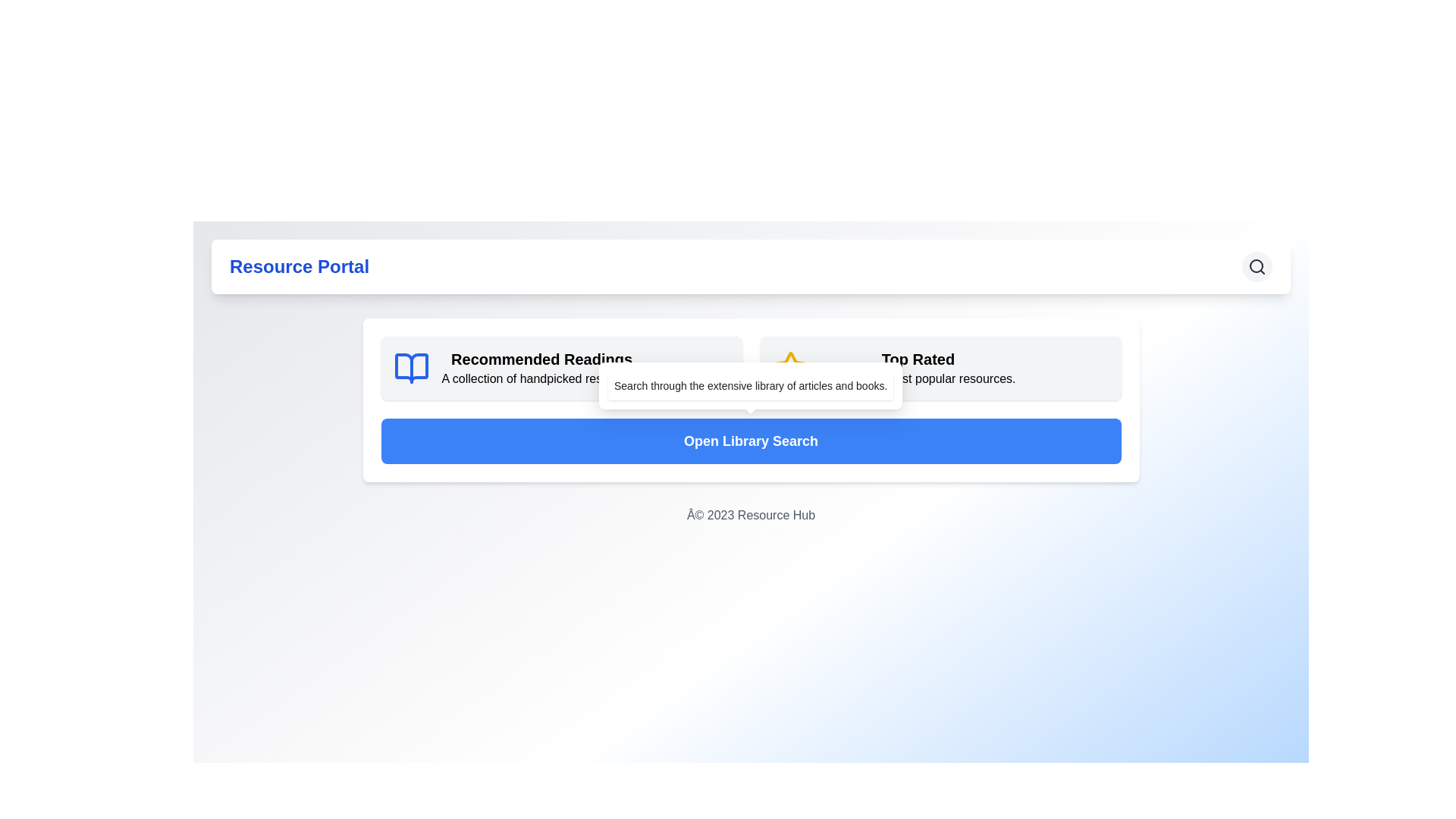  What do you see at coordinates (917, 369) in the screenshot?
I see `the 'Top Rated' information block` at bounding box center [917, 369].